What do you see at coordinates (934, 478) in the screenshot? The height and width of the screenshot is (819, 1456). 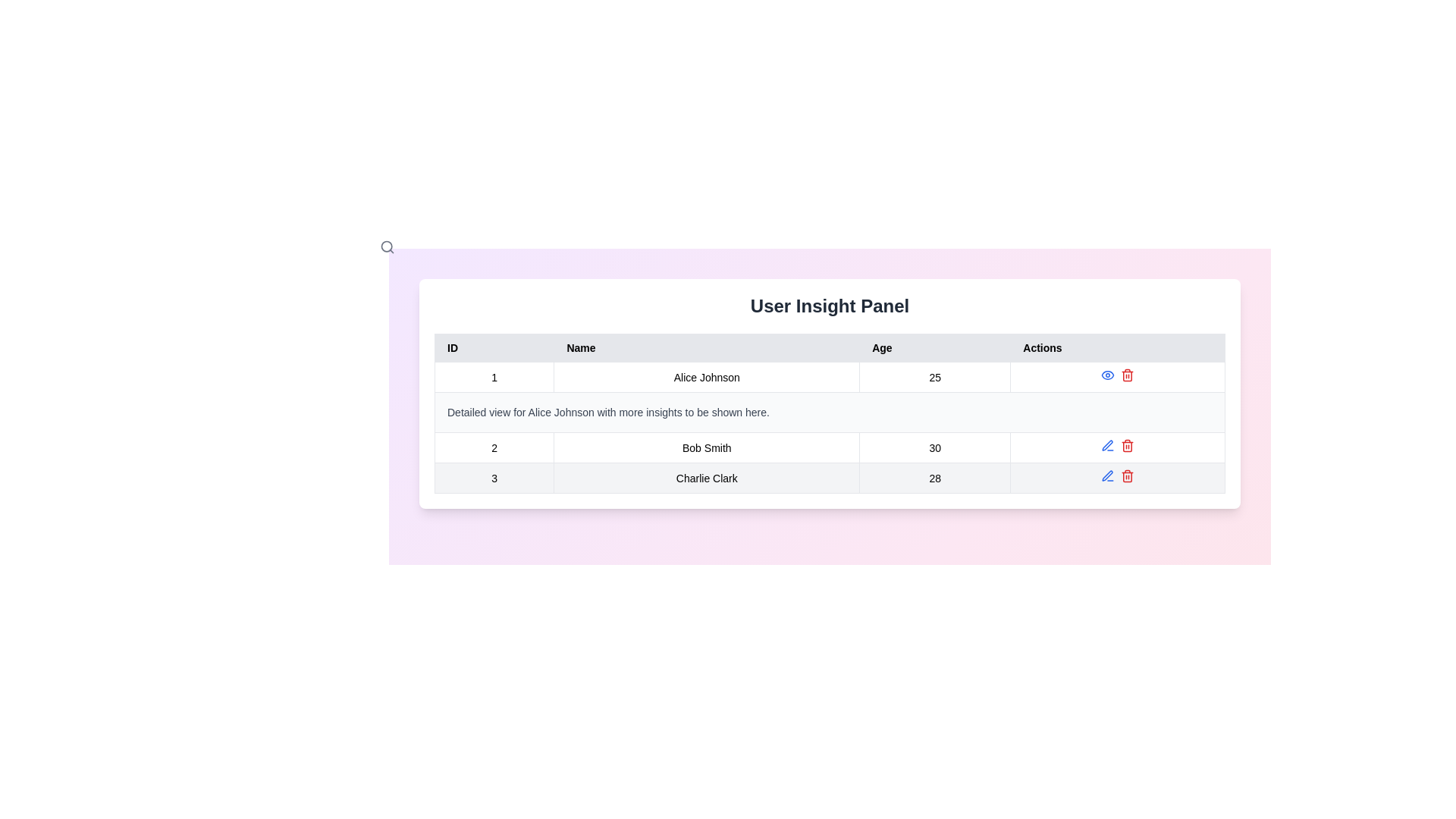 I see `the text label representing the age of 'Charlie Clark' located in the third cell under the 'Age' column of the data table` at bounding box center [934, 478].